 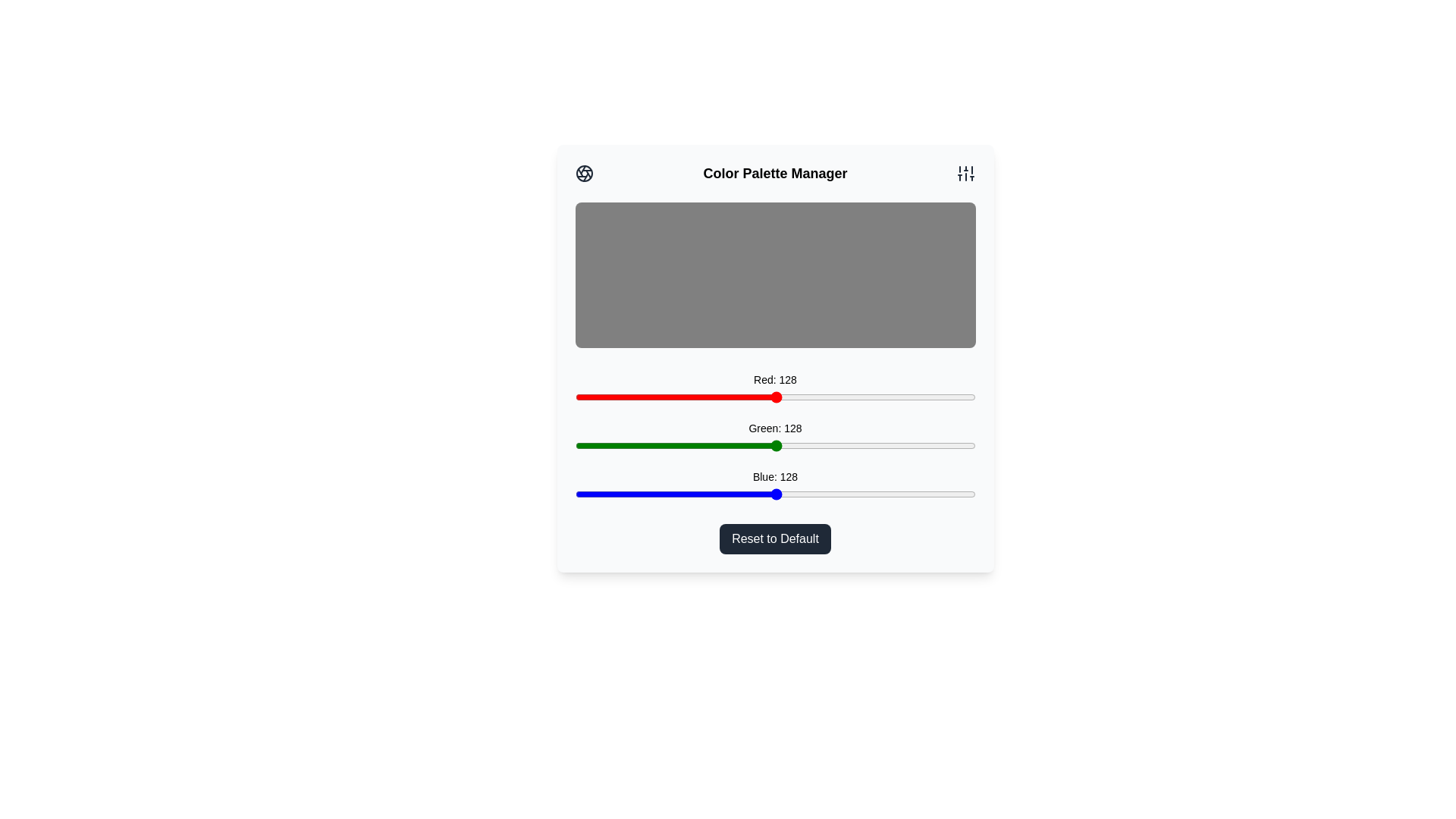 I want to click on the blue slider to set the blue intensity to 70, so click(x=684, y=494).